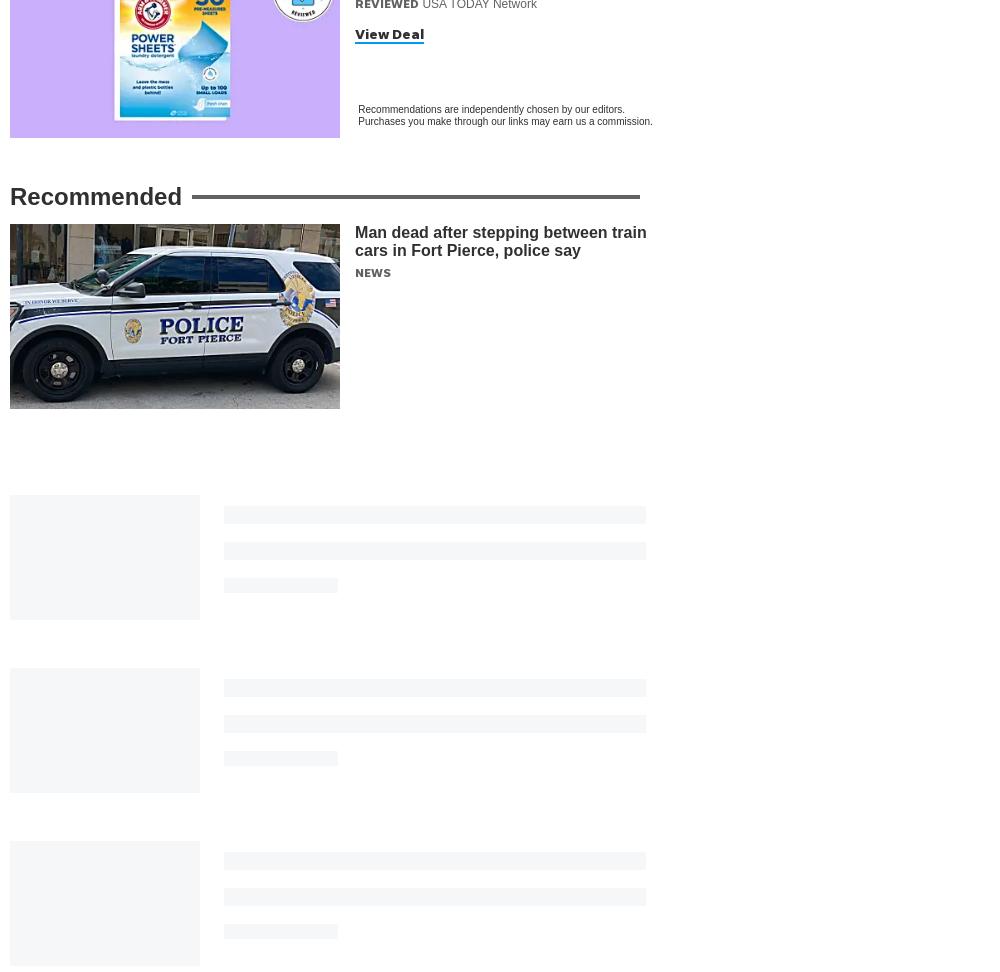 This screenshot has height=972, width=1000. Describe the element at coordinates (502, 855) in the screenshot. I see `'Mobile Apps'` at that location.